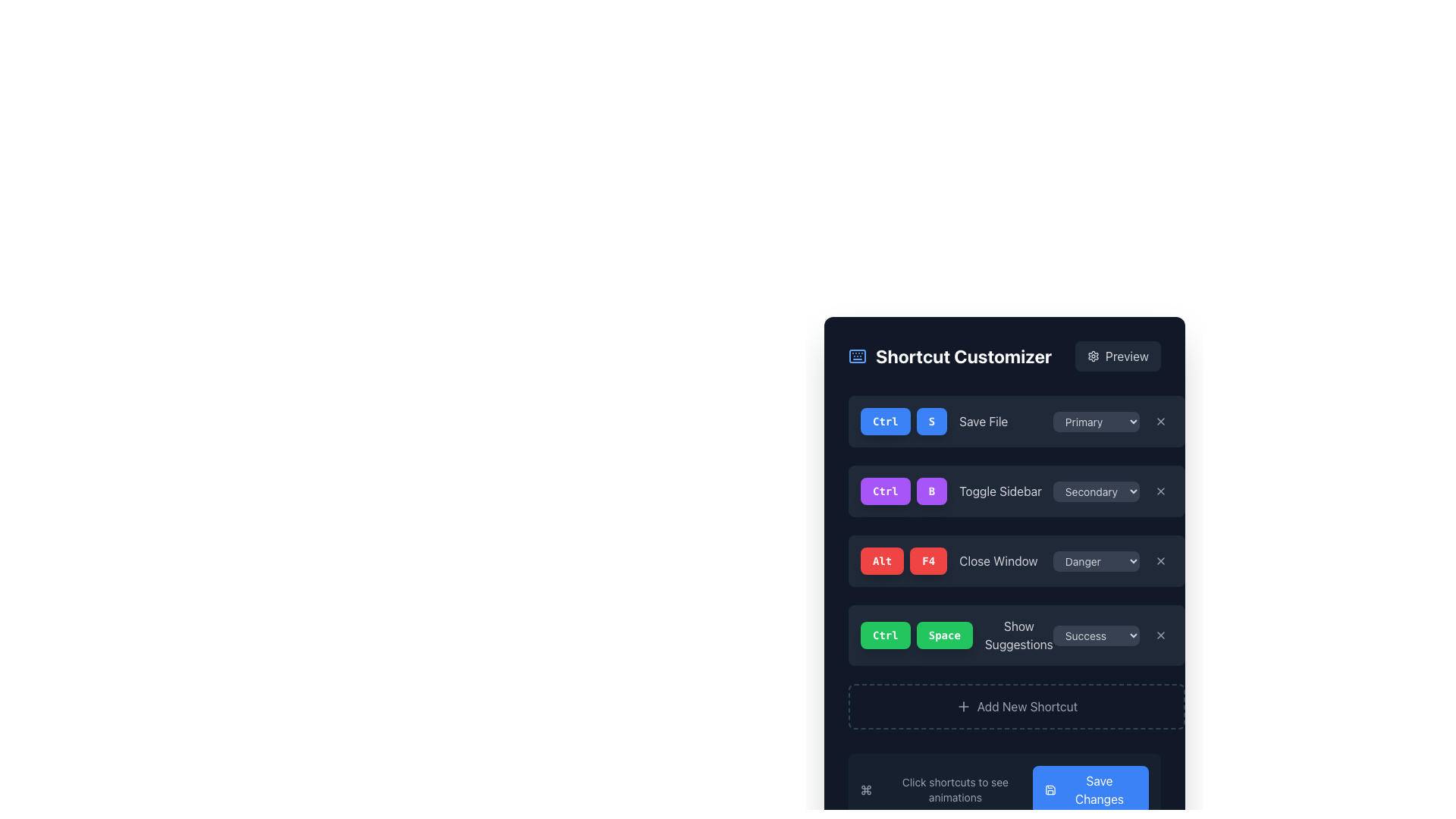 This screenshot has width=1456, height=819. Describe the element at coordinates (1096, 635) in the screenshot. I see `on the dropdown menu trigger that allows the user` at that location.